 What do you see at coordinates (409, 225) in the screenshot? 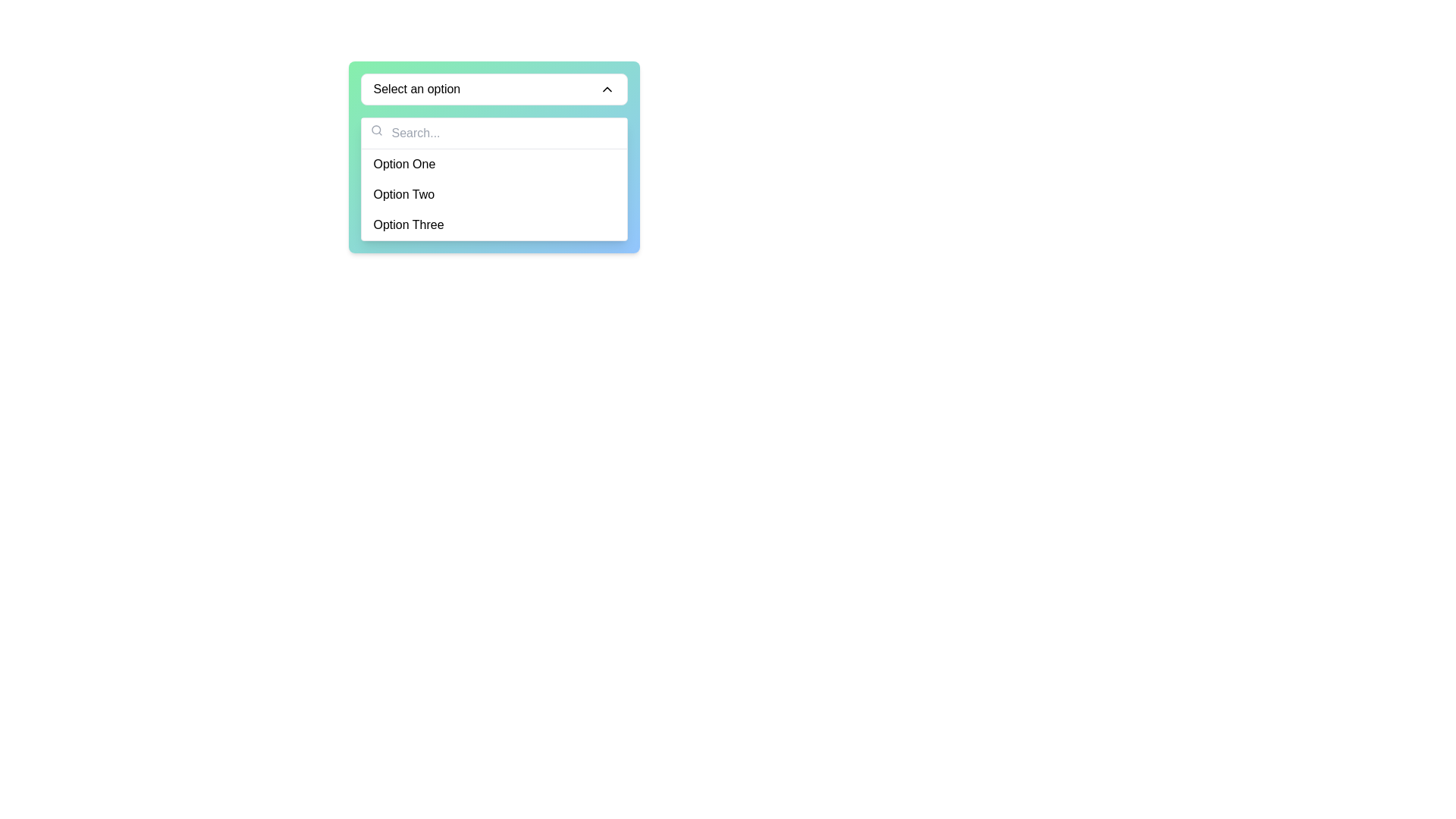
I see `the text 'Option Three' in the dropdown menu` at bounding box center [409, 225].